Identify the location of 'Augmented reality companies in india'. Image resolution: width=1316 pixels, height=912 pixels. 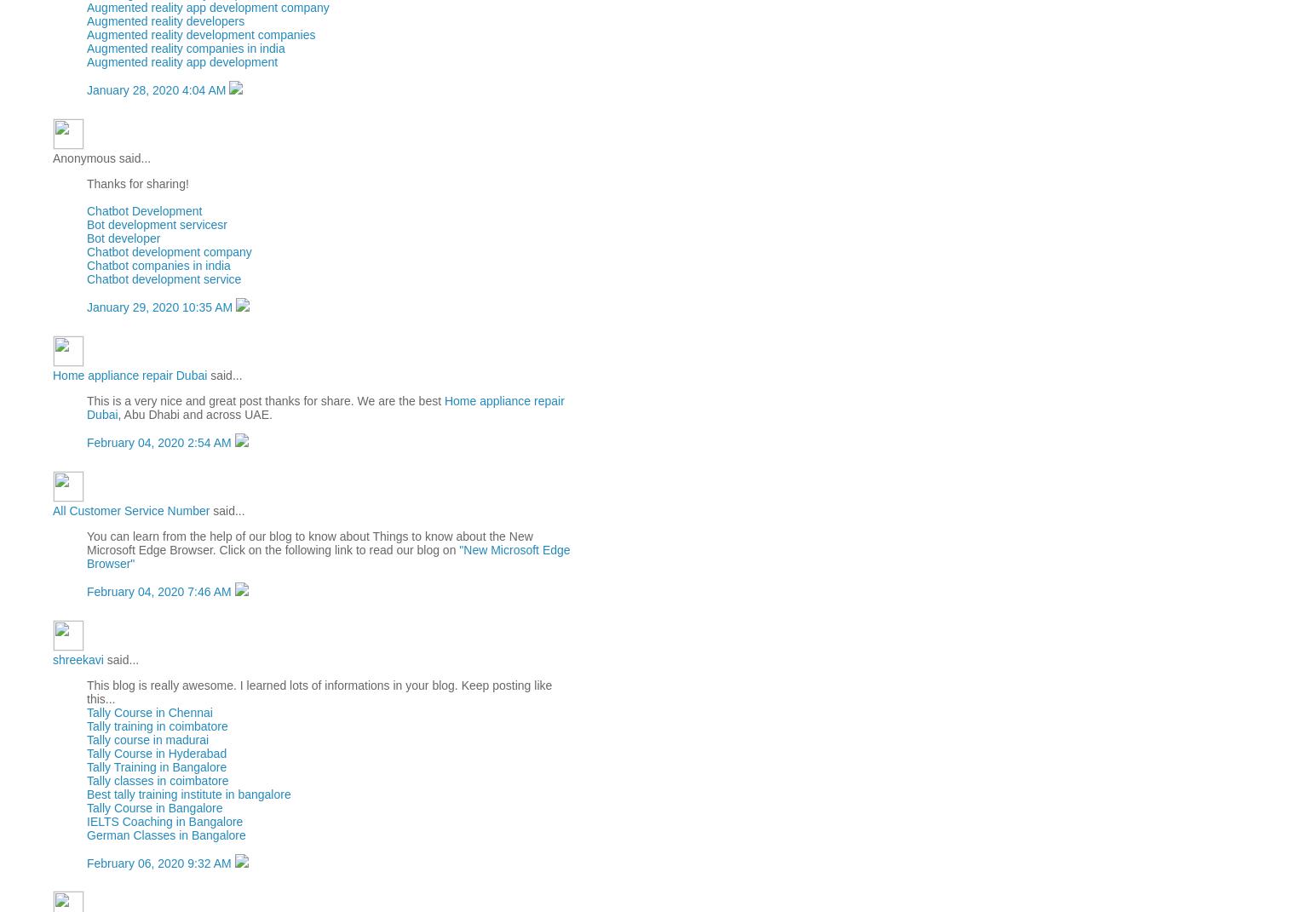
(85, 47).